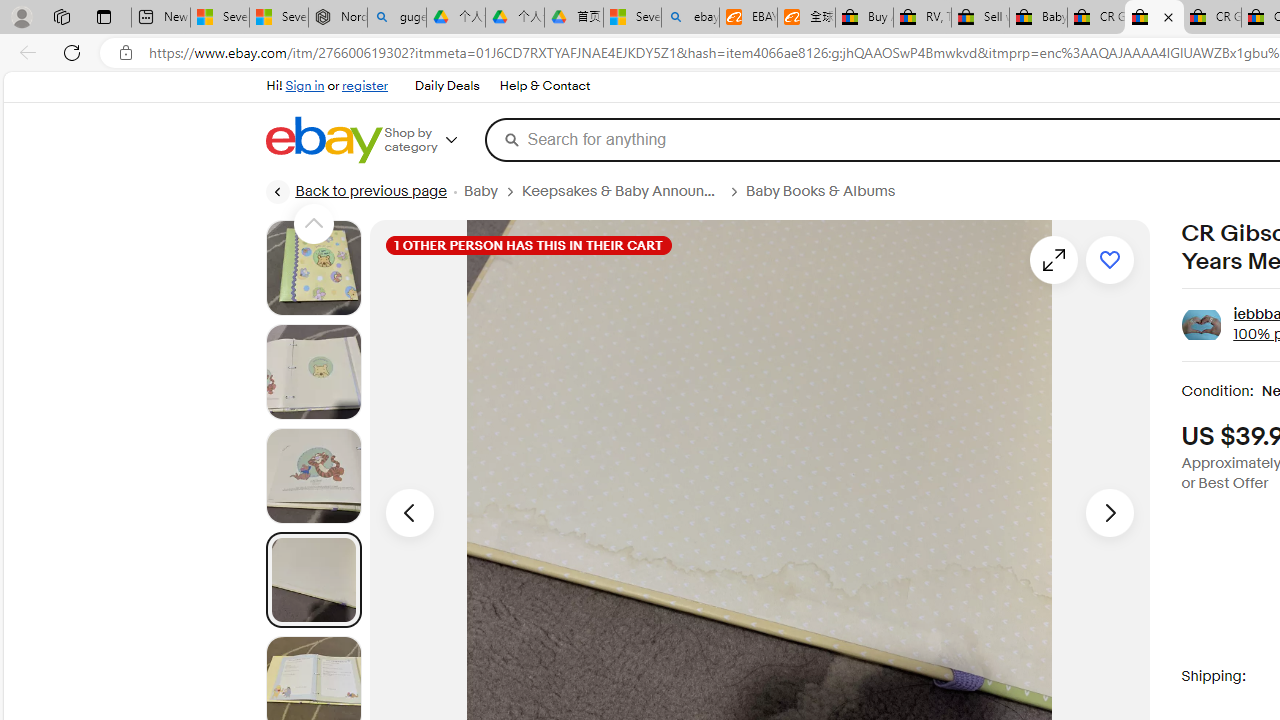 This screenshot has width=1280, height=720. I want to click on 'Picture 1 of 22', so click(312, 267).